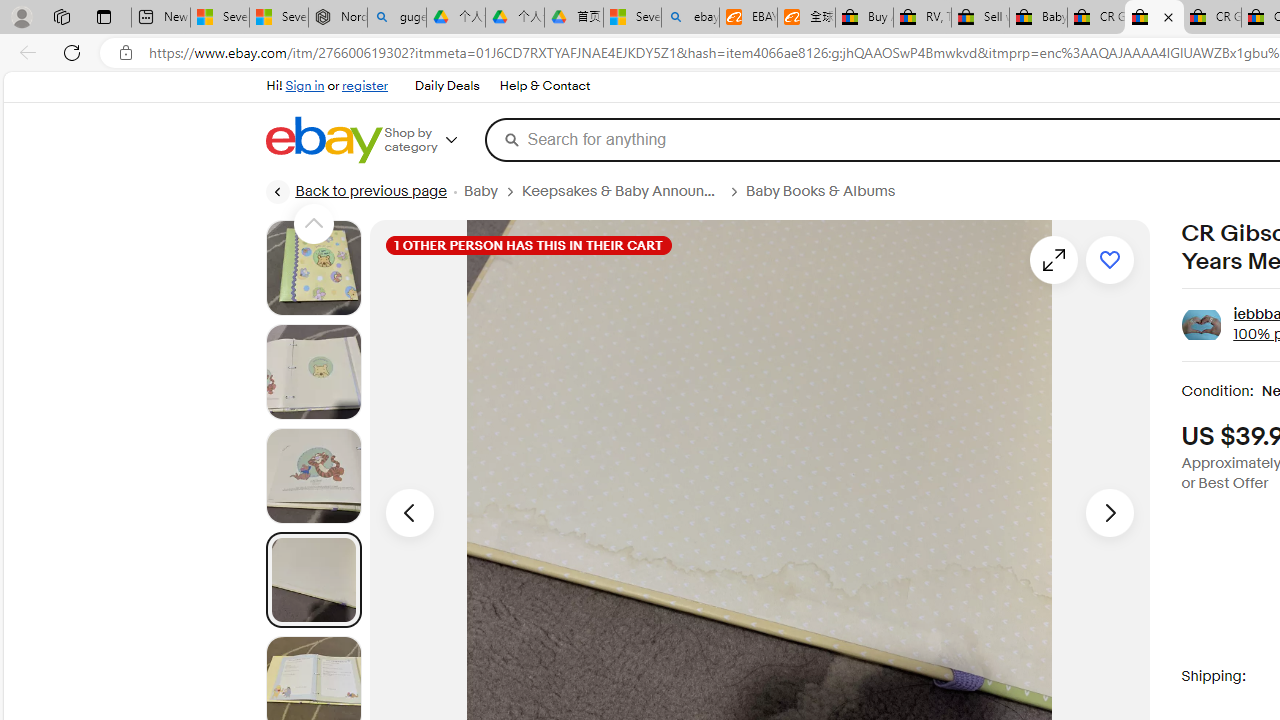 This screenshot has width=1280, height=720. I want to click on 'Picture 1 of 22', so click(312, 267).